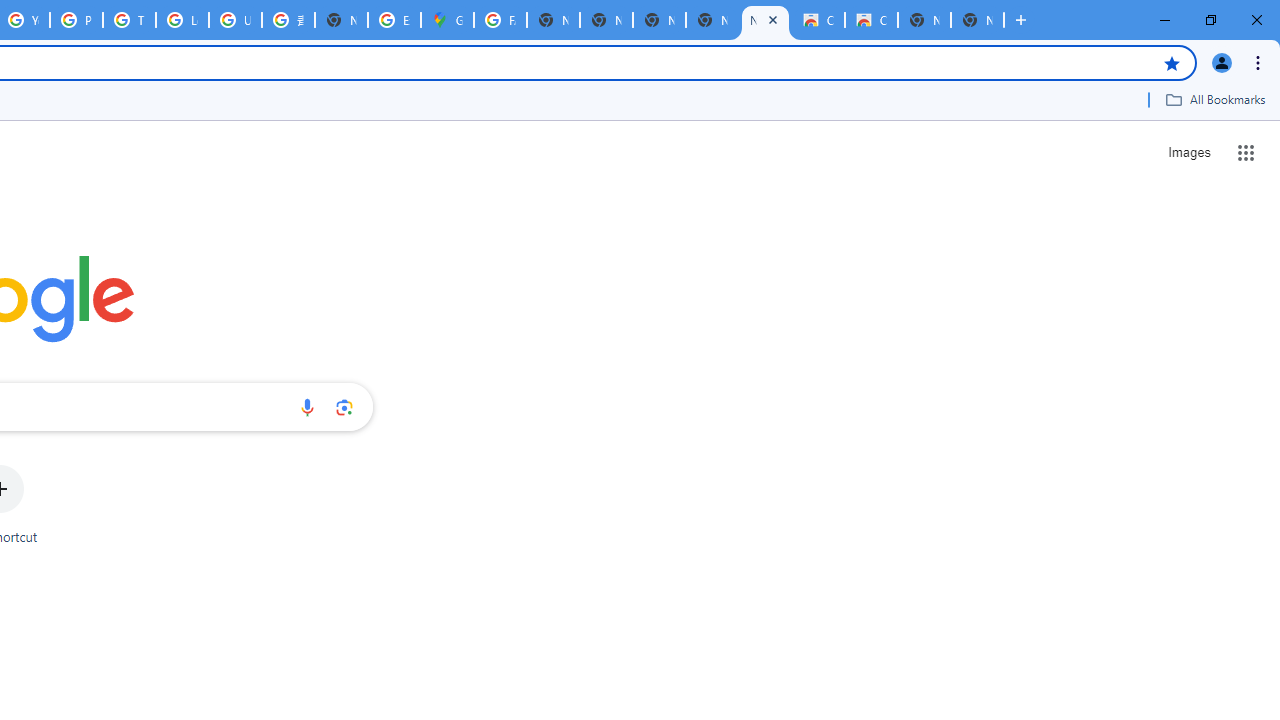  Describe the element at coordinates (818, 20) in the screenshot. I see `'Classic Blue - Chrome Web Store'` at that location.